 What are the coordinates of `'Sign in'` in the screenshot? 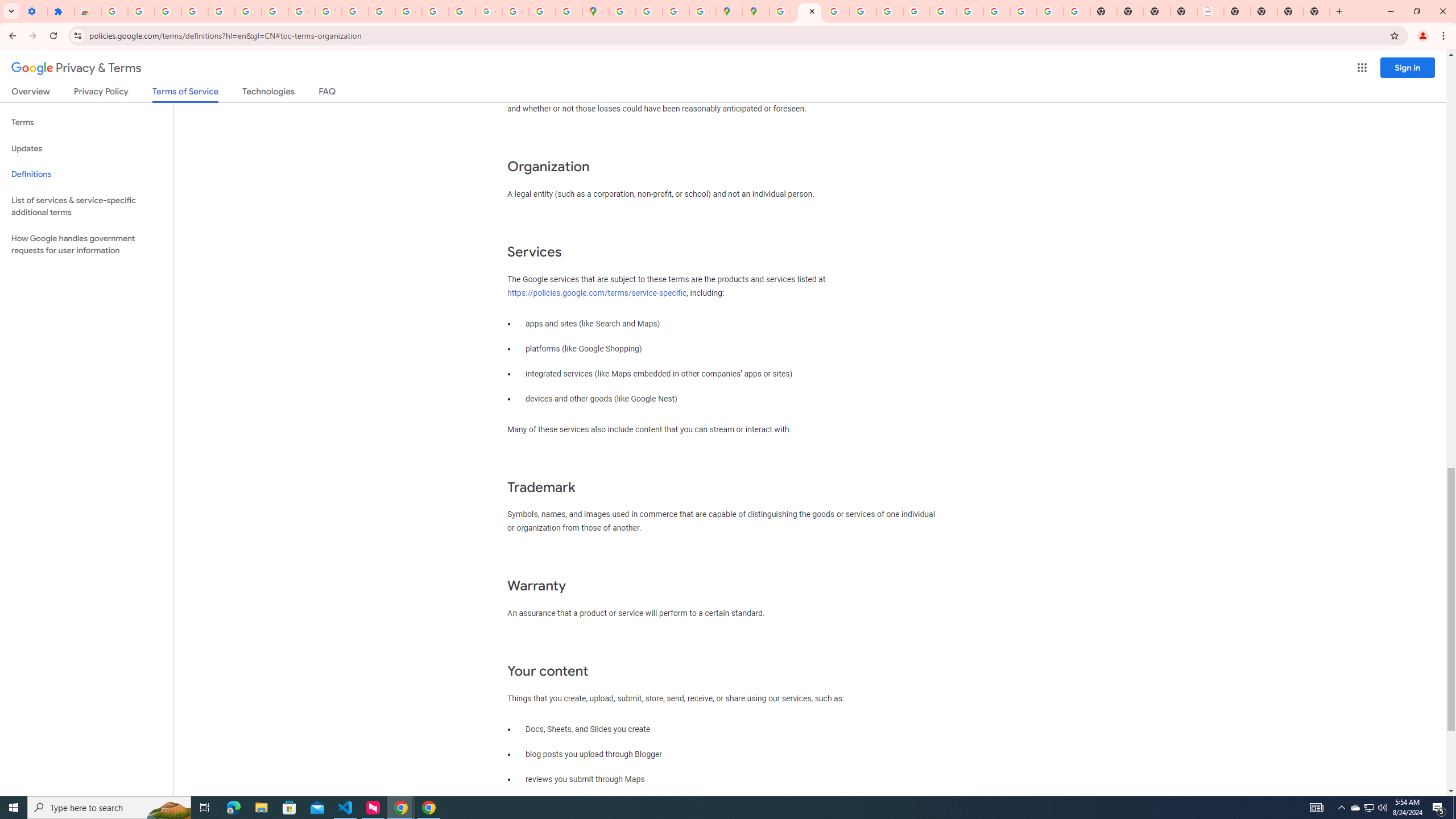 It's located at (1407, 67).